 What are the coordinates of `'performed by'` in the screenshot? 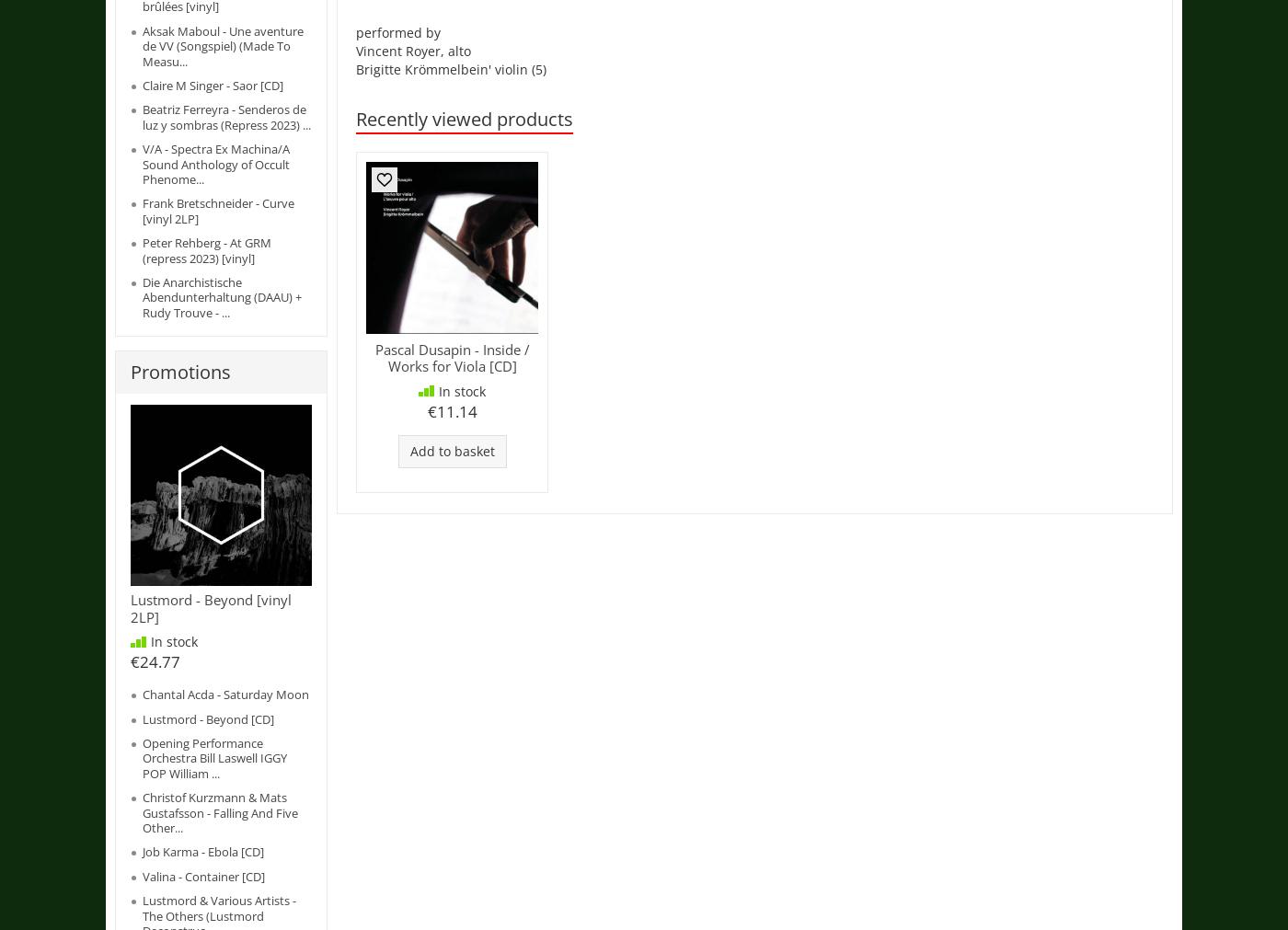 It's located at (354, 30).